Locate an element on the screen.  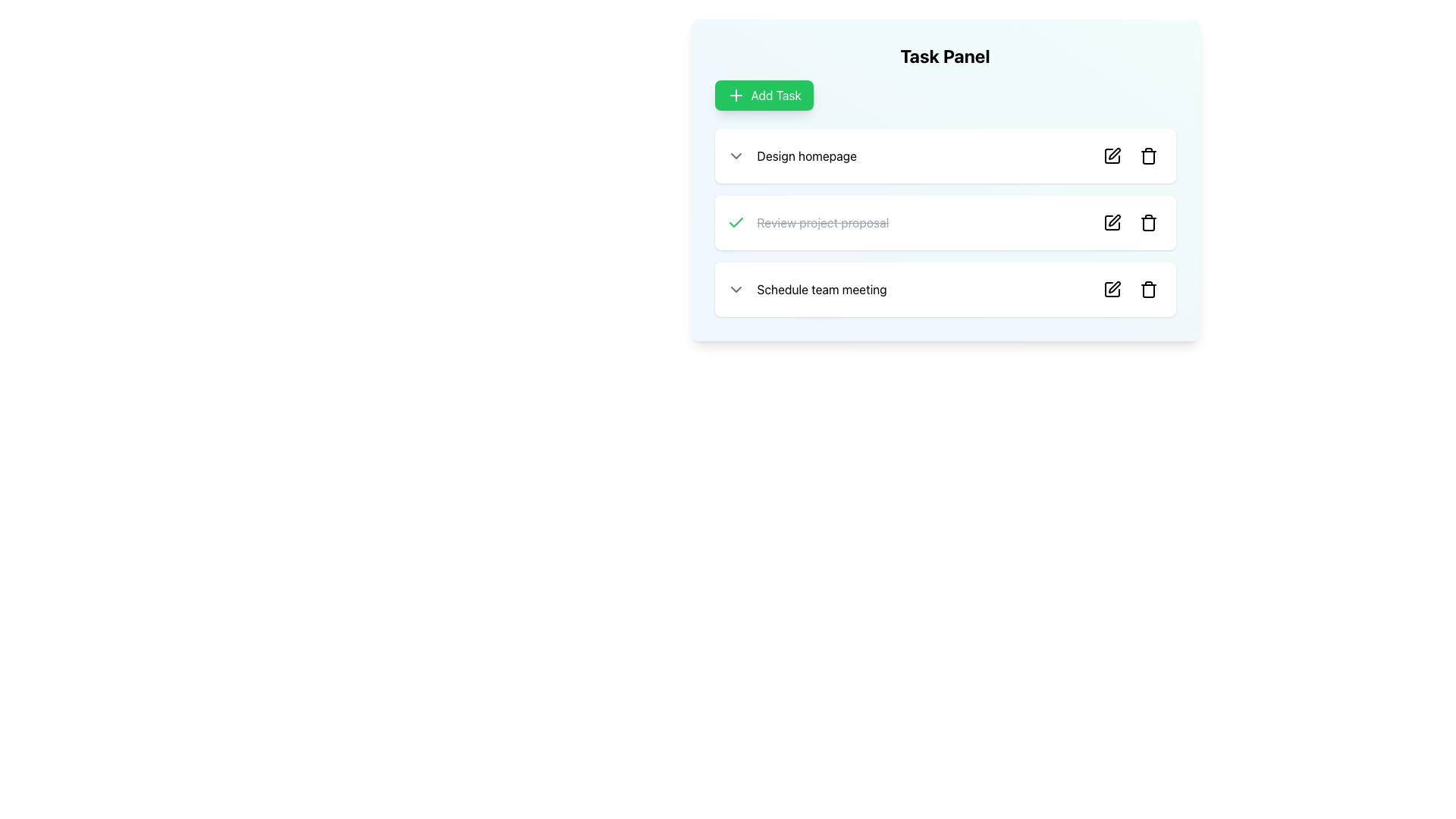
the text label that serves as the title for the completed task located between 'Design homepage' and 'Schedule team meeting' in the task list is located at coordinates (807, 222).